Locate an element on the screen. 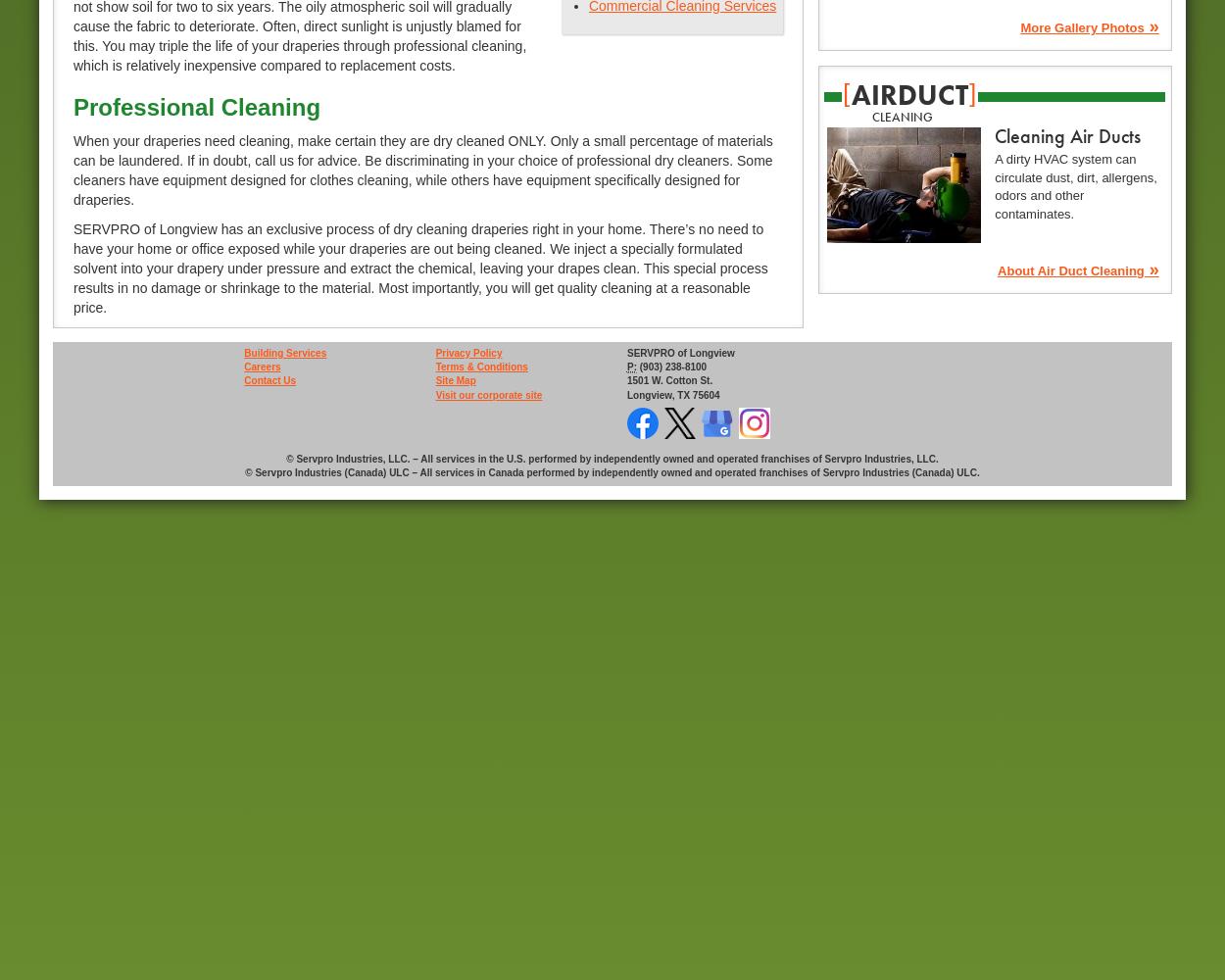 The width and height of the screenshot is (1225, 980). 'Privacy Policy' is located at coordinates (467, 351).